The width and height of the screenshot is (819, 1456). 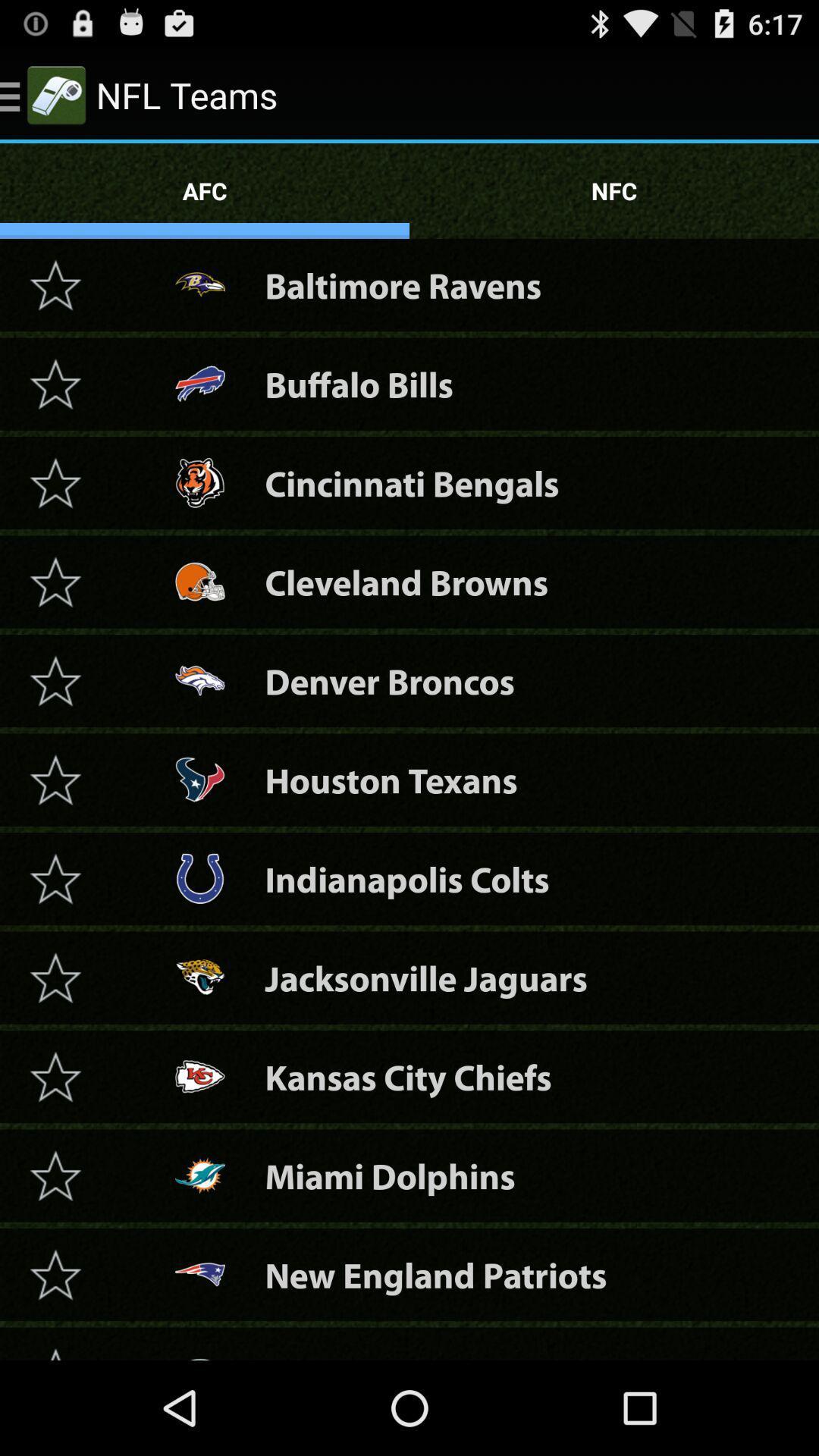 What do you see at coordinates (55, 384) in the screenshot?
I see `to favorits` at bounding box center [55, 384].